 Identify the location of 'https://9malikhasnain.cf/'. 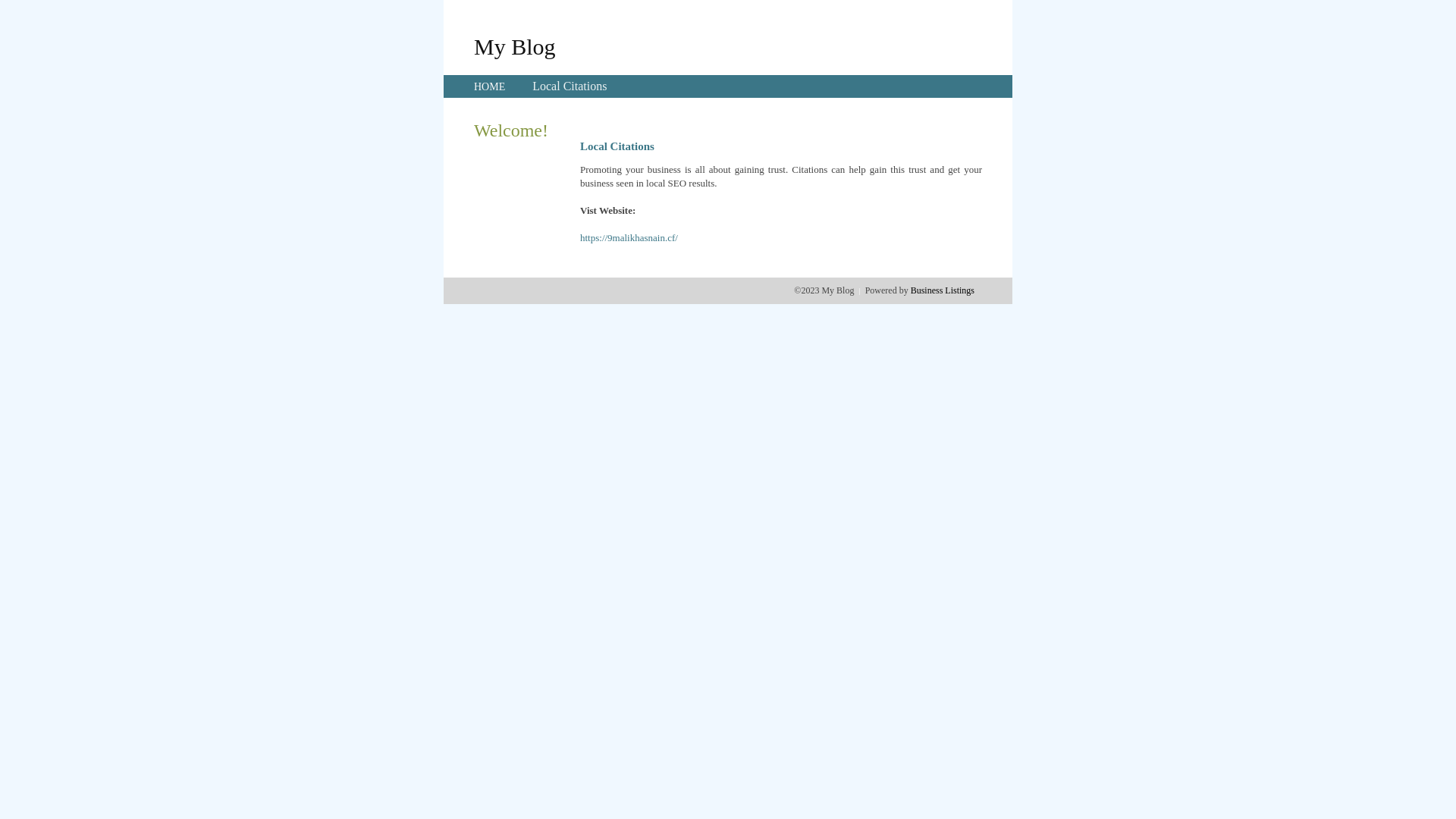
(579, 237).